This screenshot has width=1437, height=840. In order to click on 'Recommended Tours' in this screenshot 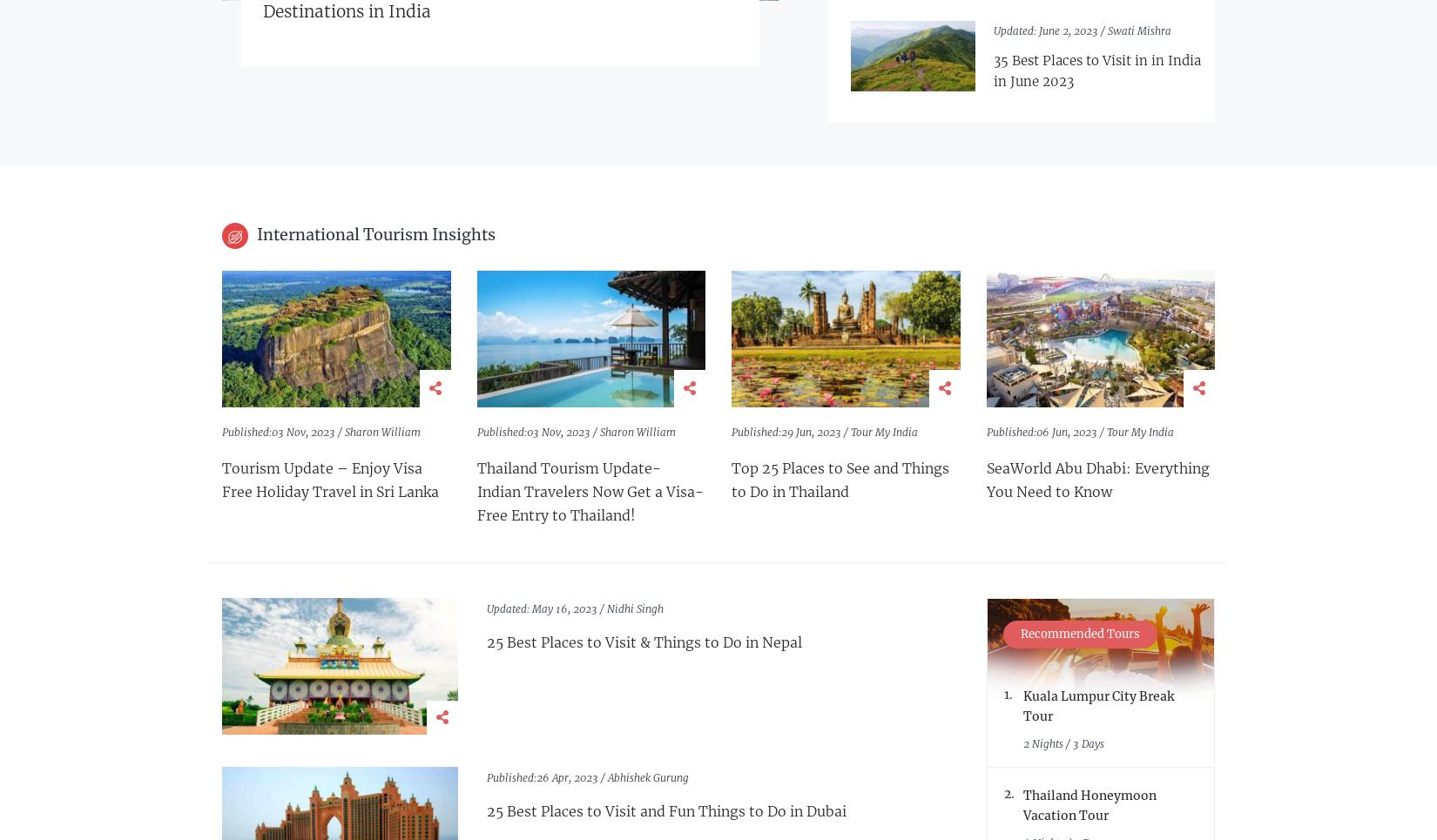, I will do `click(1078, 633)`.